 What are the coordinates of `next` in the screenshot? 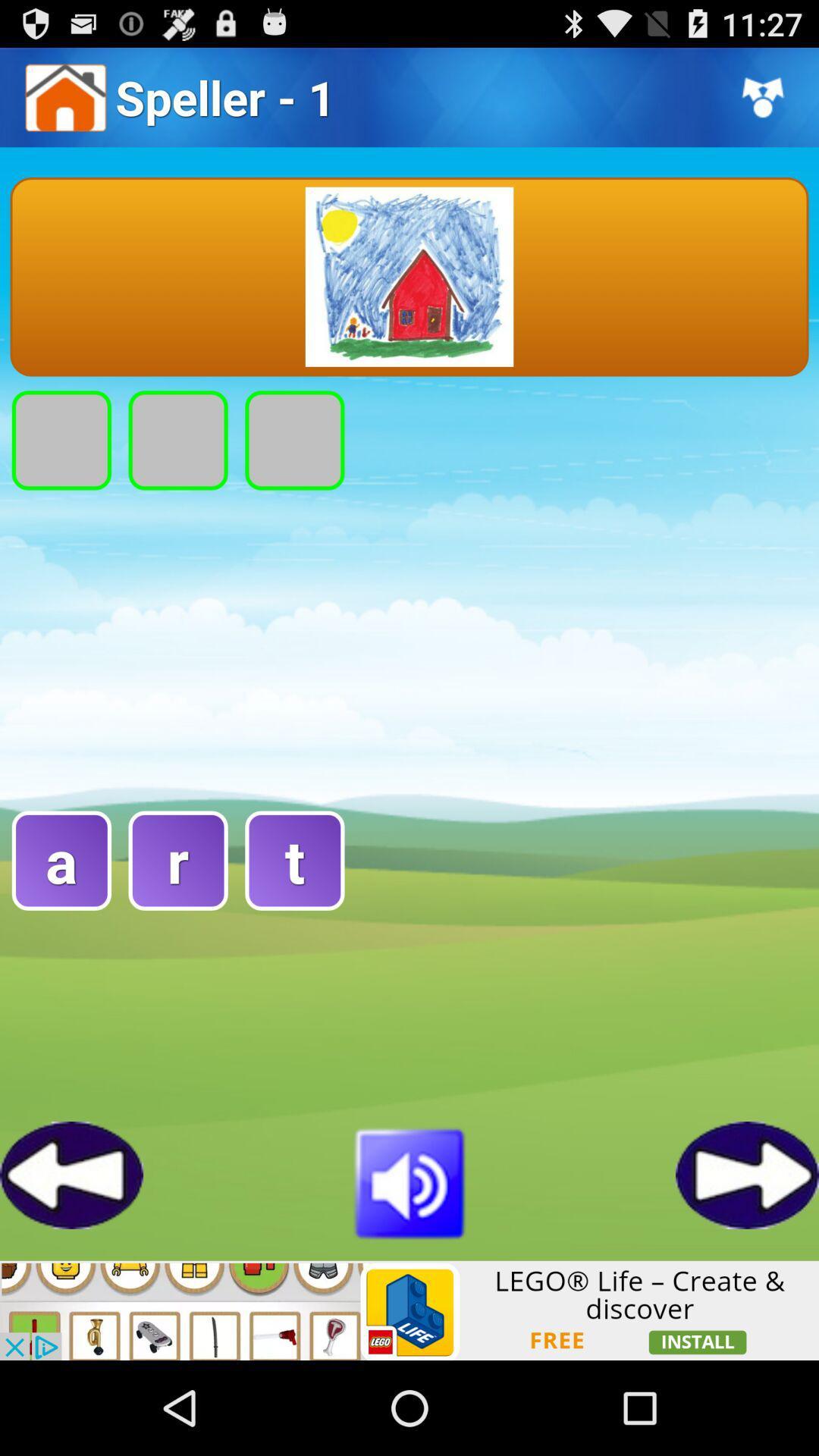 It's located at (746, 1174).